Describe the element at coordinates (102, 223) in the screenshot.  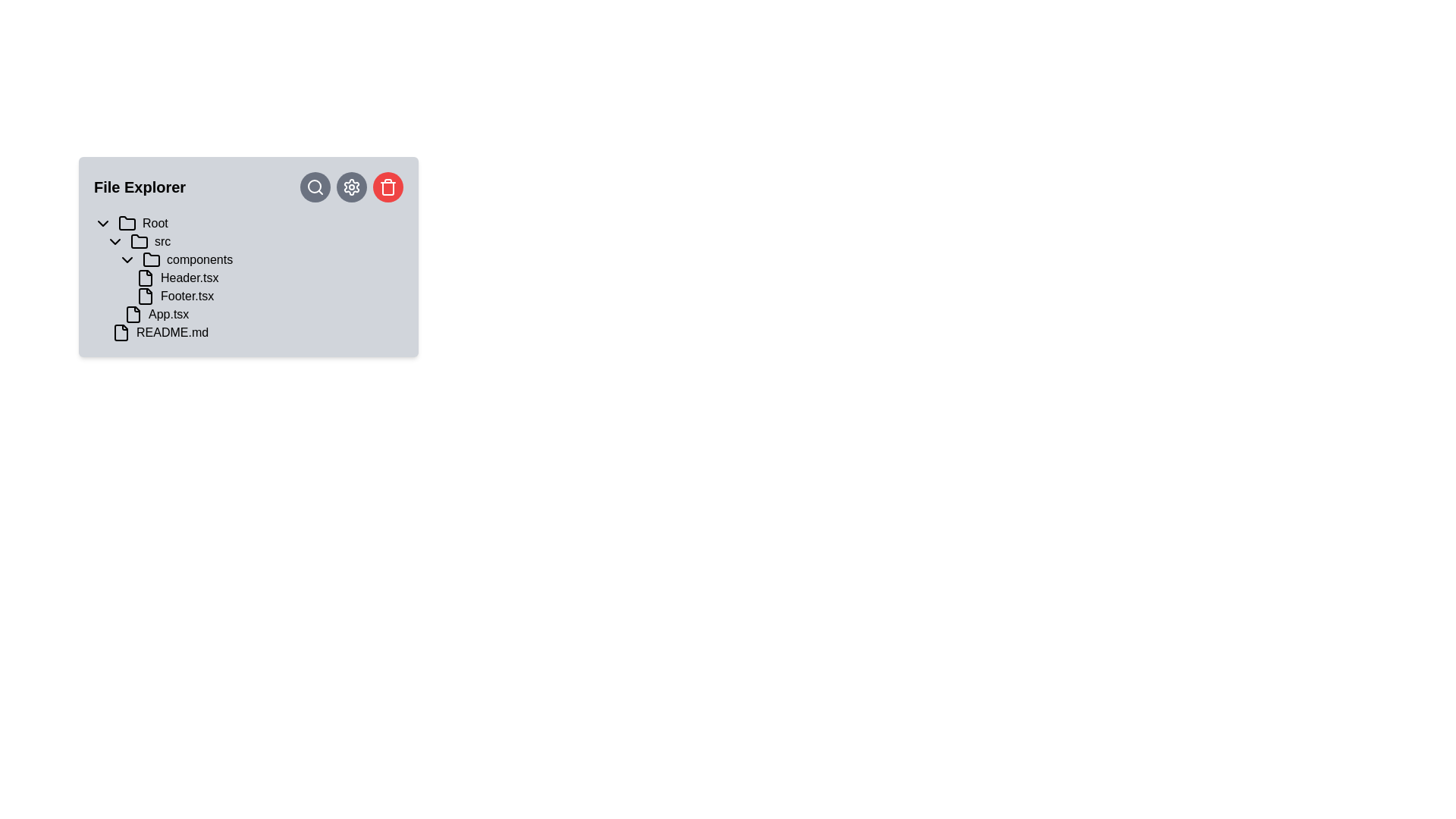
I see `the toggle button icon located to the left of the 'Root' label in the file explorer for visual feedback` at that location.